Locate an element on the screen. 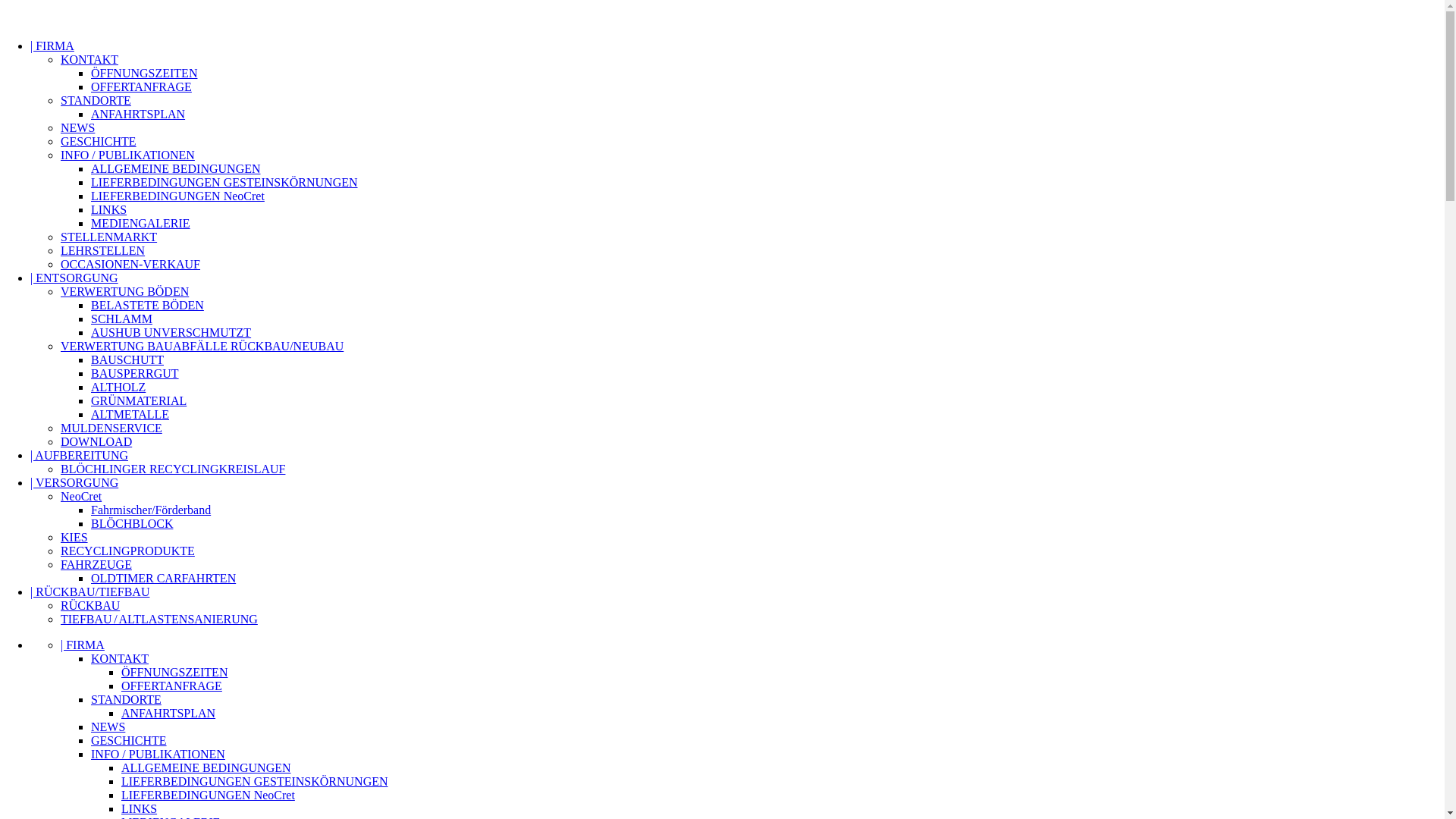  'INFO / PUBLIKATIONEN' is located at coordinates (127, 155).